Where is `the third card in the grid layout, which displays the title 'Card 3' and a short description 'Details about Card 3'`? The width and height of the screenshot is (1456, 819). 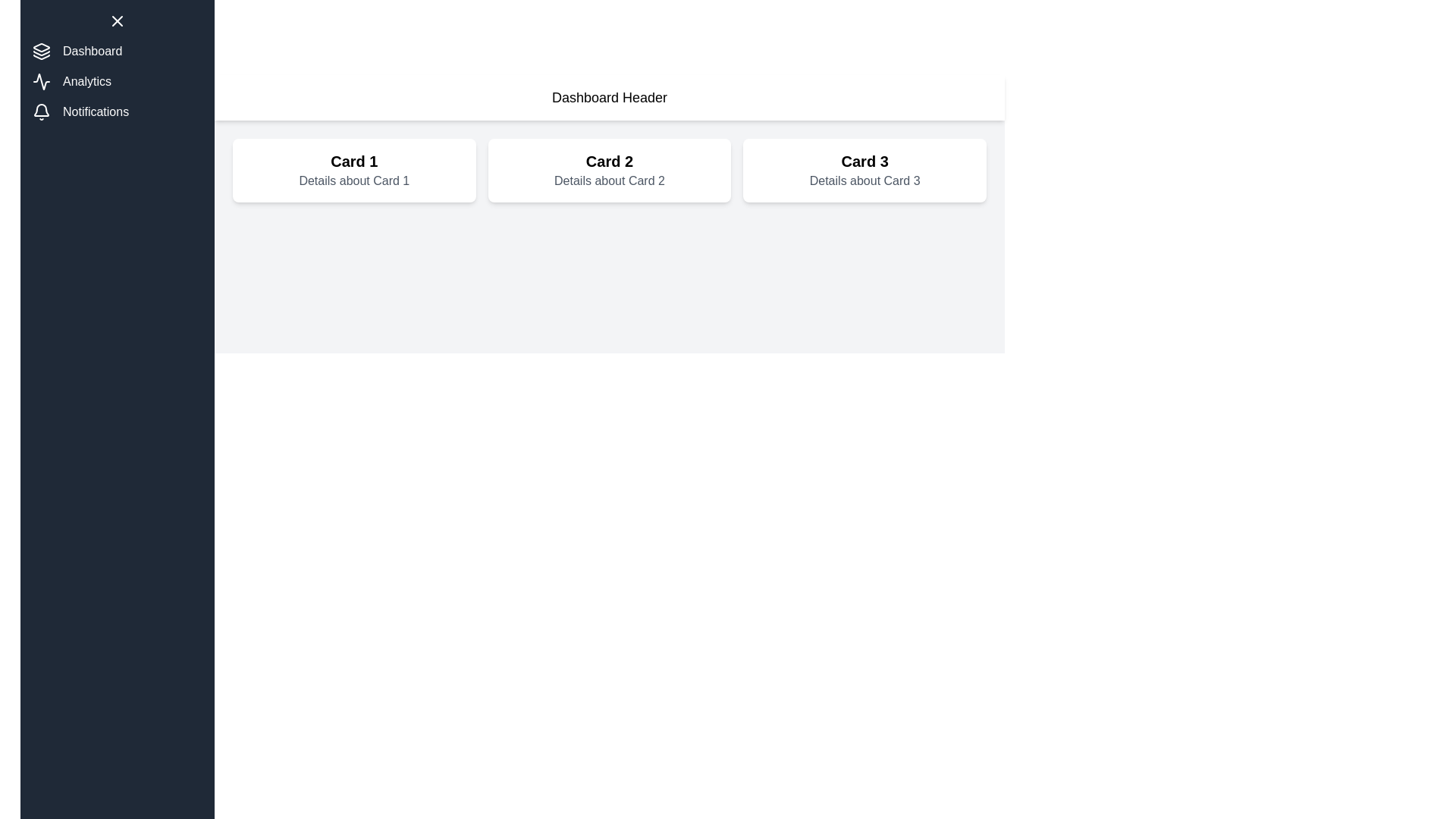
the third card in the grid layout, which displays the title 'Card 3' and a short description 'Details about Card 3' is located at coordinates (864, 170).